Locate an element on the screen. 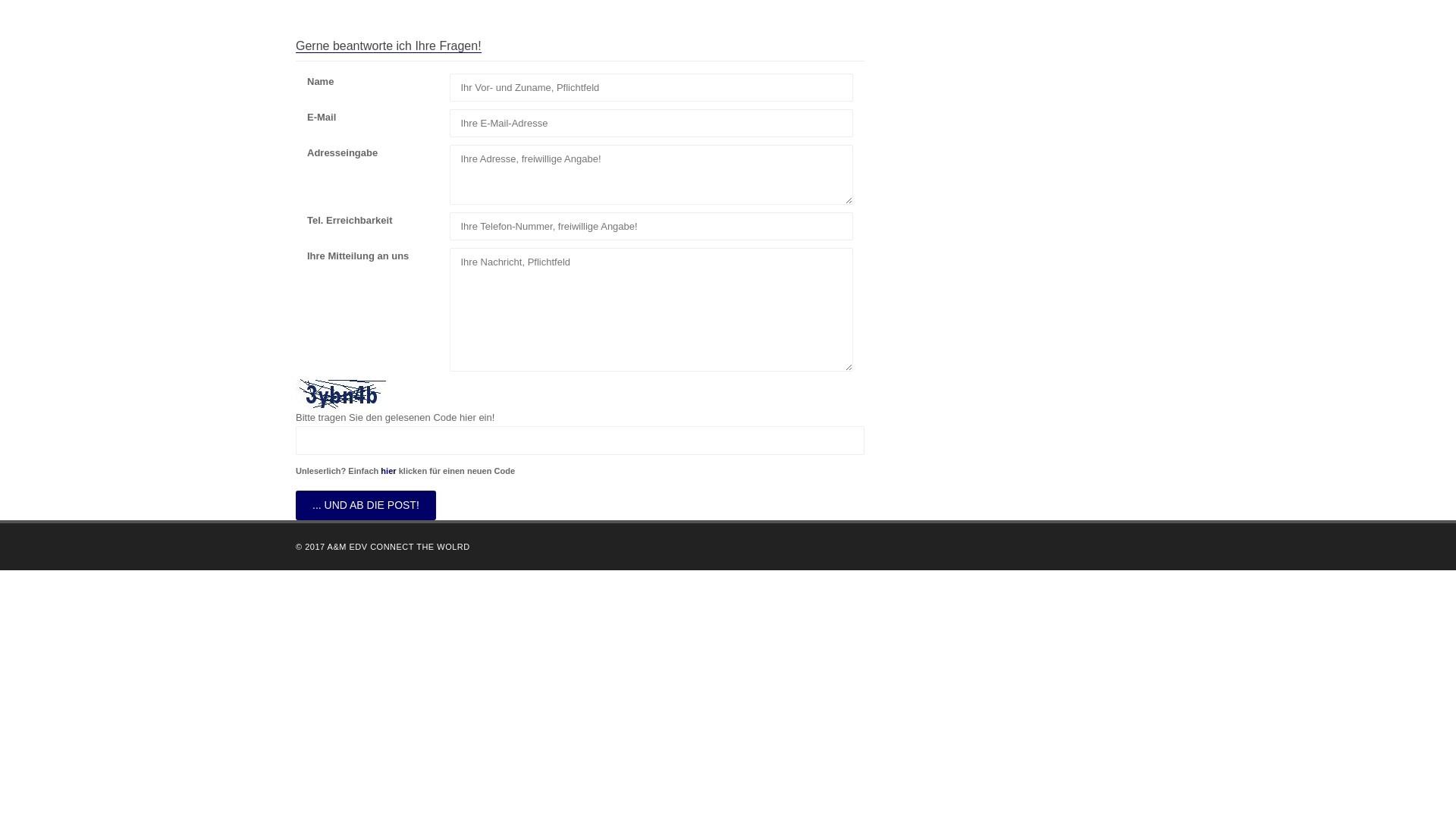 Image resolution: width=1456 pixels, height=819 pixels. 'hier' is located at coordinates (381, 470).